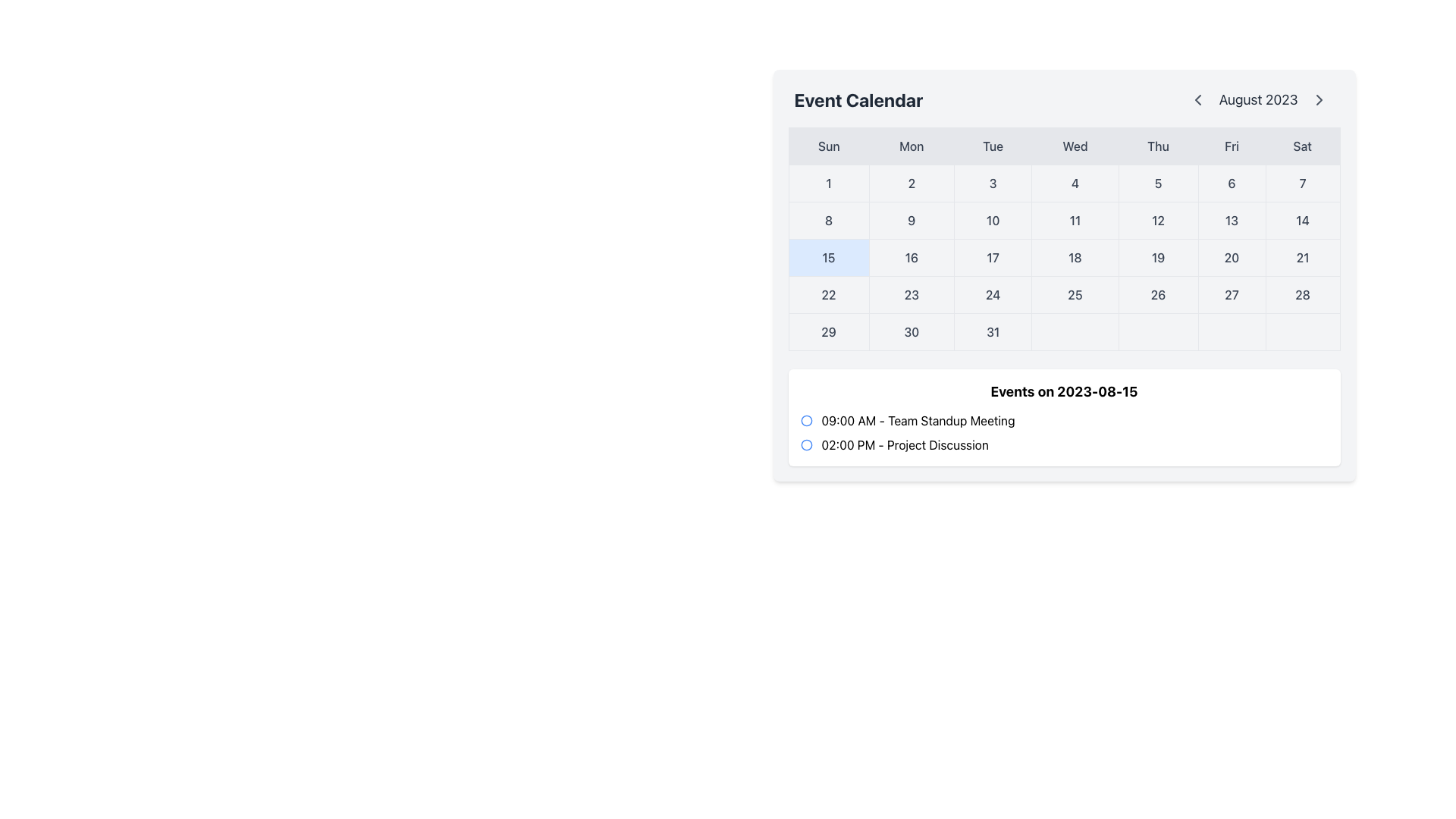 The width and height of the screenshot is (1456, 819). I want to click on the button-like calendar cell displaying the text '12', located under the 'Thu' column in the monthly calendar grid, so click(1157, 220).